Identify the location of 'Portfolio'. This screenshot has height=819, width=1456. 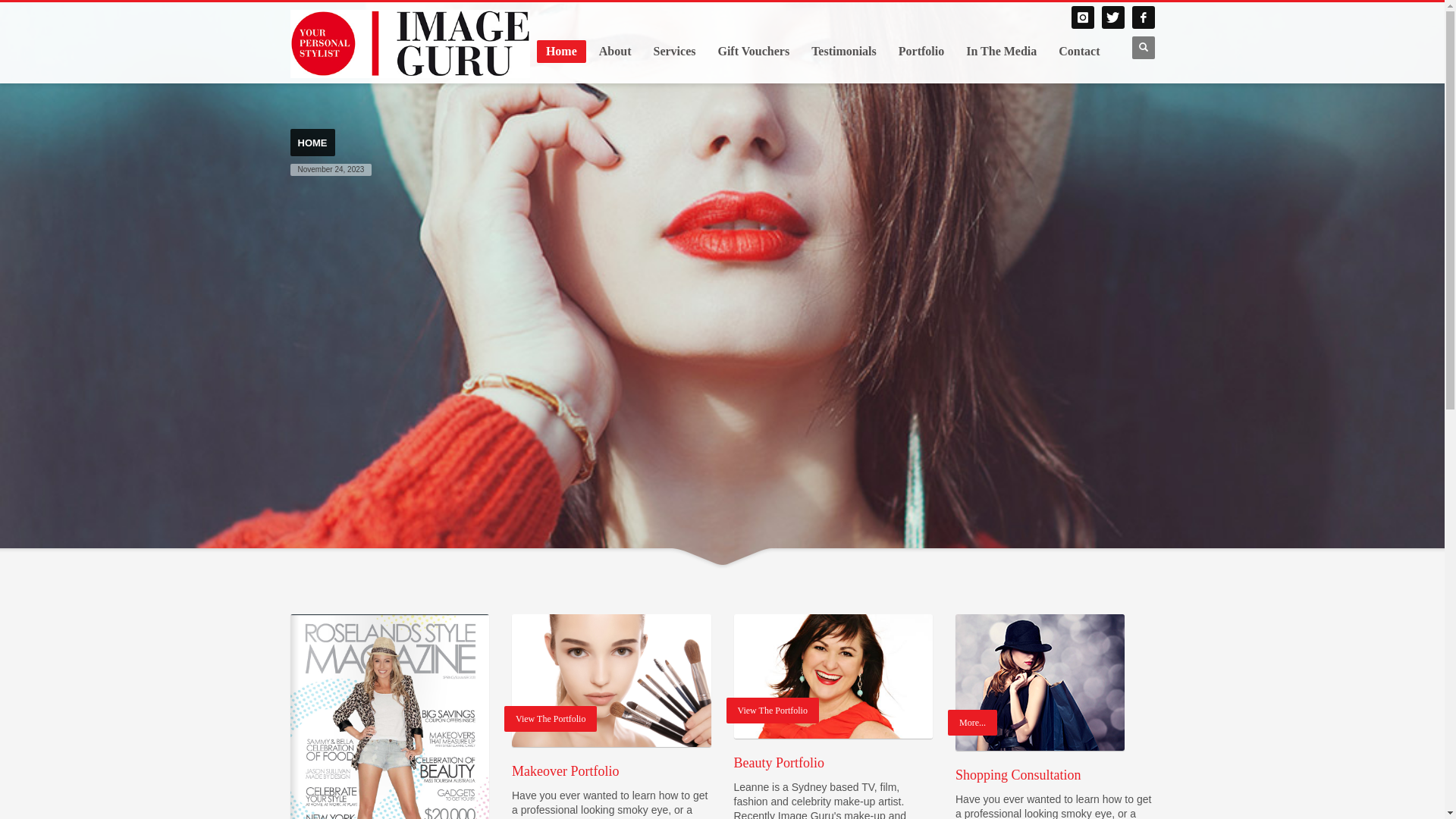
(920, 51).